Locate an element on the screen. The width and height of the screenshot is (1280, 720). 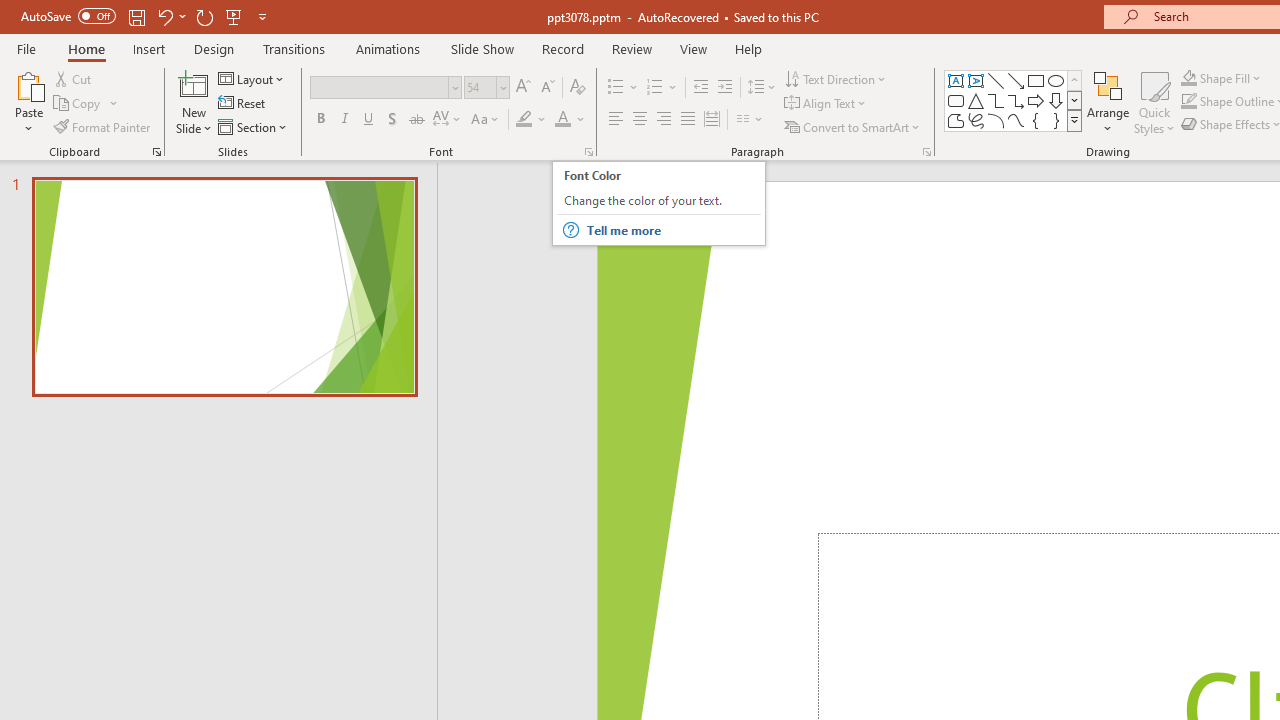
'Reset' is located at coordinates (242, 103).